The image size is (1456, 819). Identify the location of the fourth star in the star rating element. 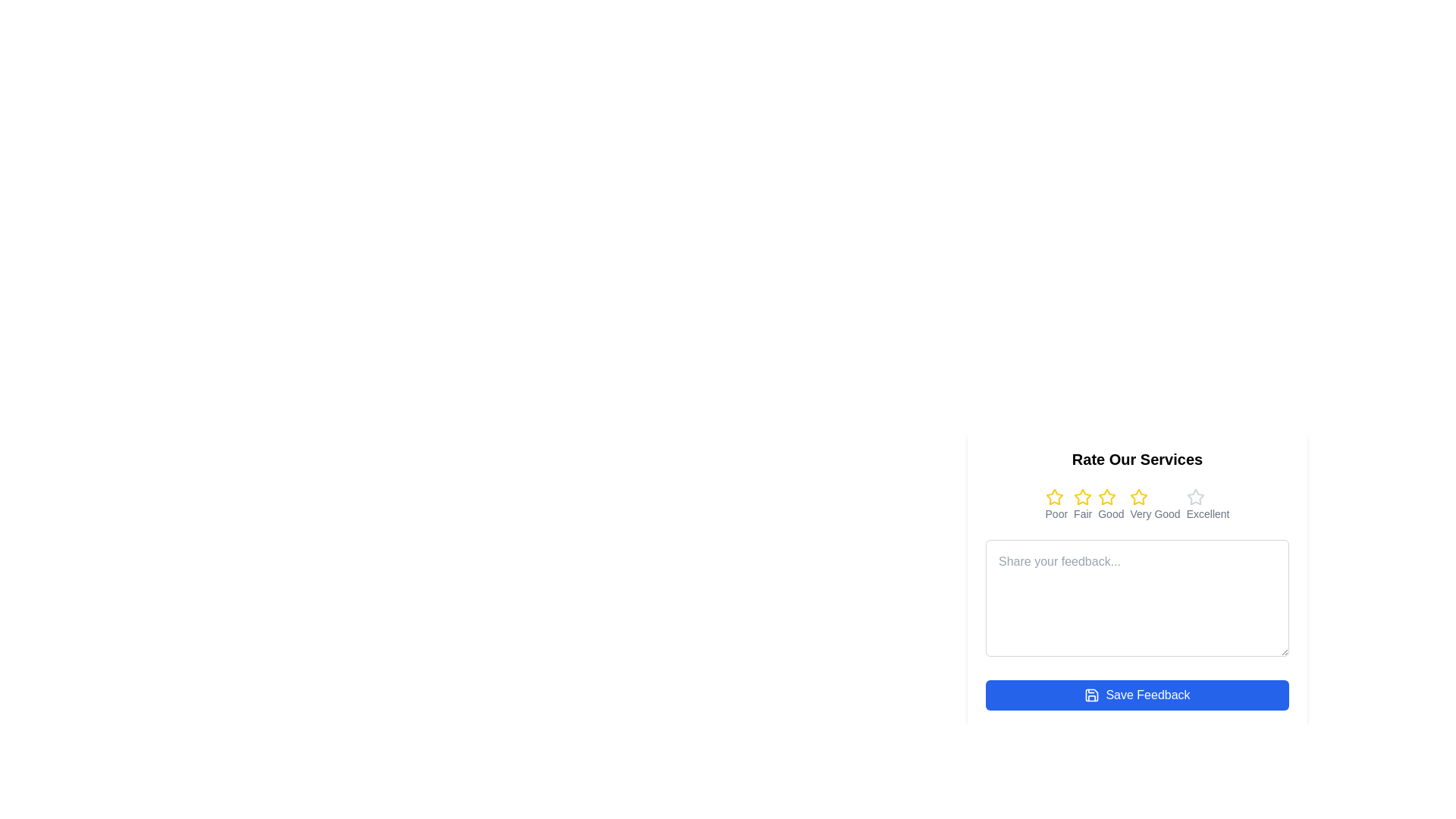
(1139, 497).